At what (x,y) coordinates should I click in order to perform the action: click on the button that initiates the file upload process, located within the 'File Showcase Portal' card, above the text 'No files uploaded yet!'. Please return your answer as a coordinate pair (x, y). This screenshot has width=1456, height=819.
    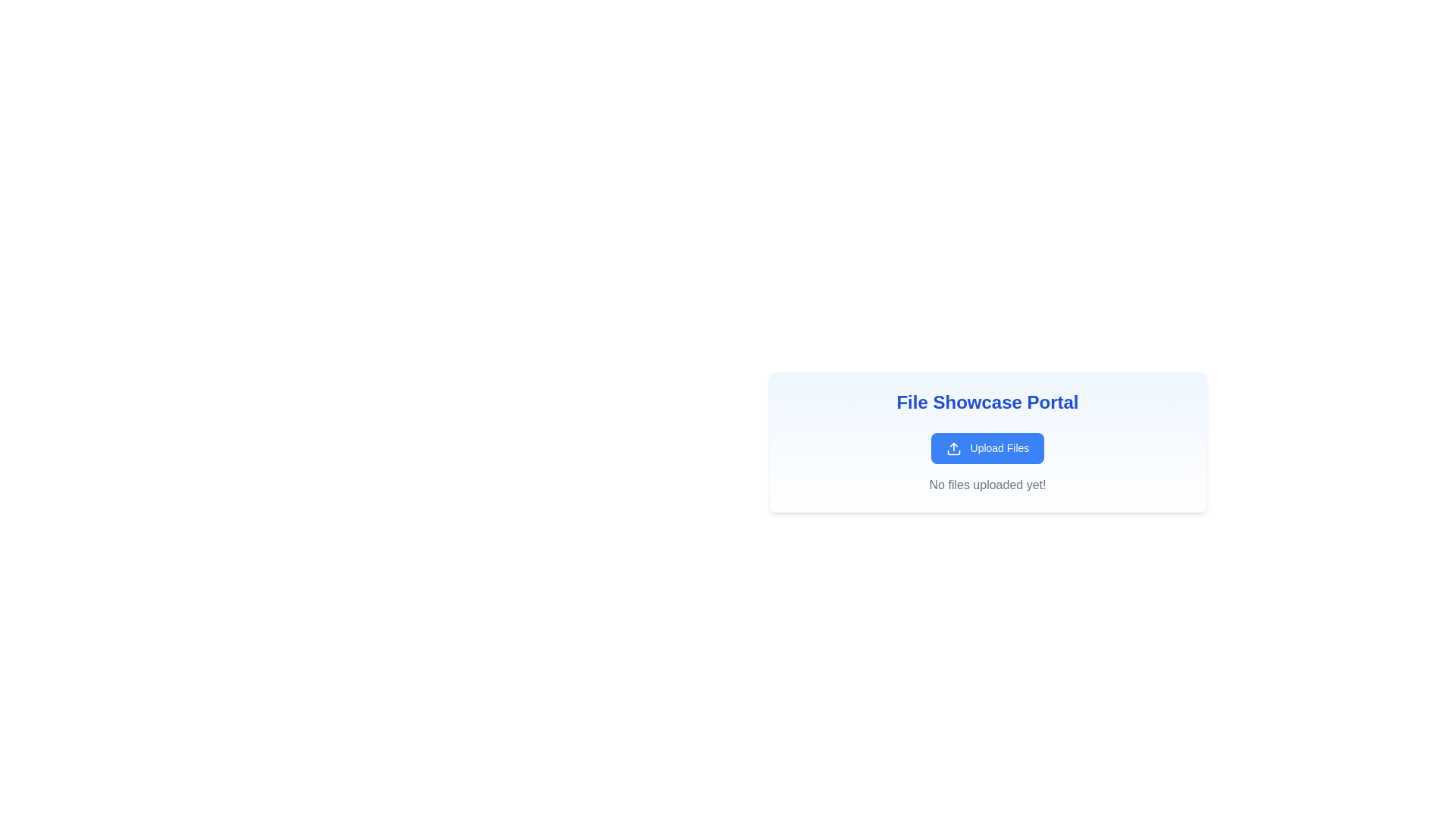
    Looking at the image, I should click on (987, 447).